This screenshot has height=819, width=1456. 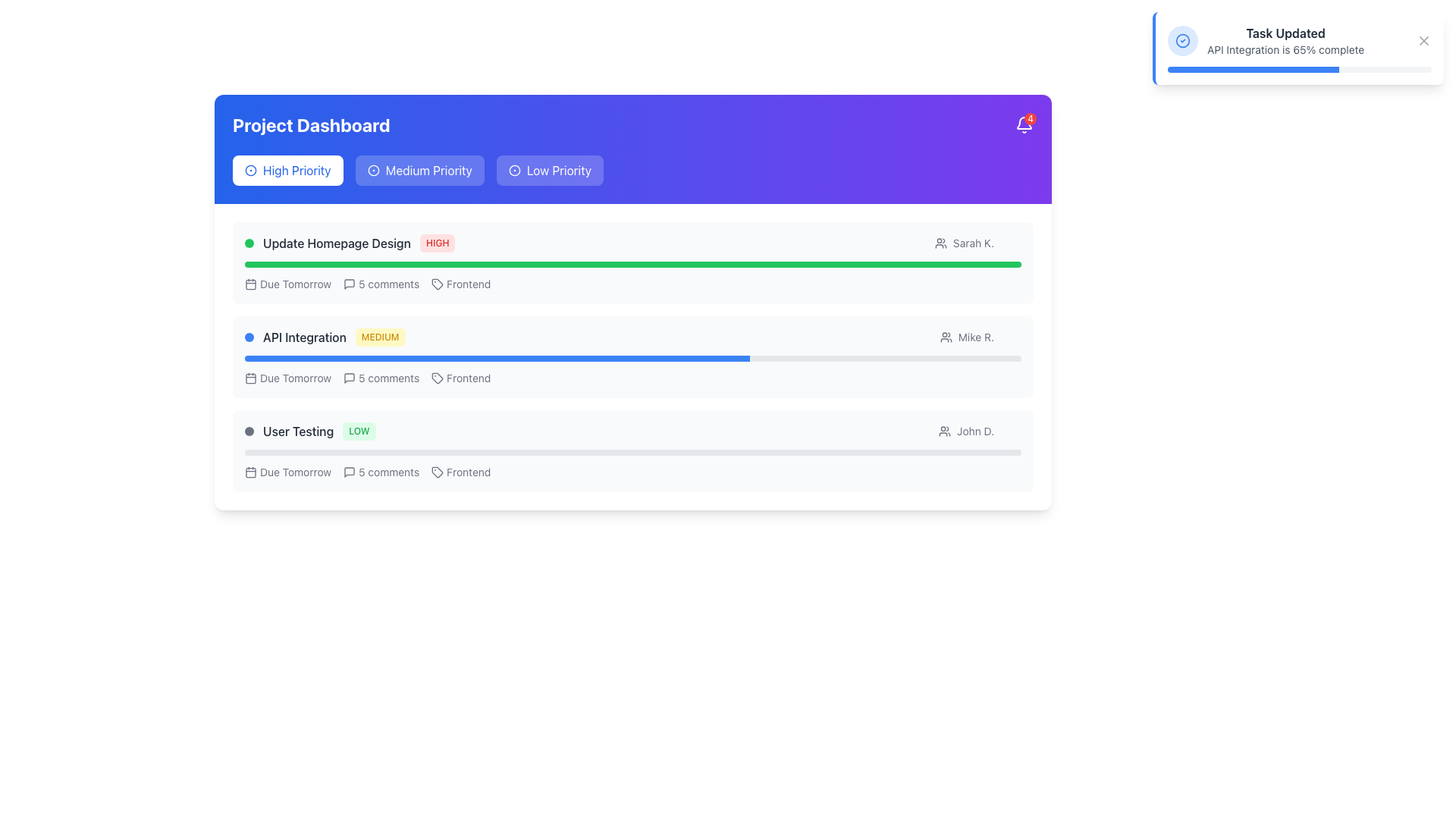 What do you see at coordinates (288, 377) in the screenshot?
I see `the text with icon combination that indicates the due date for the 'API Integration' task, which is centrally located in the dashboard and appears before the '5 comments' and 'Frontend' tags` at bounding box center [288, 377].